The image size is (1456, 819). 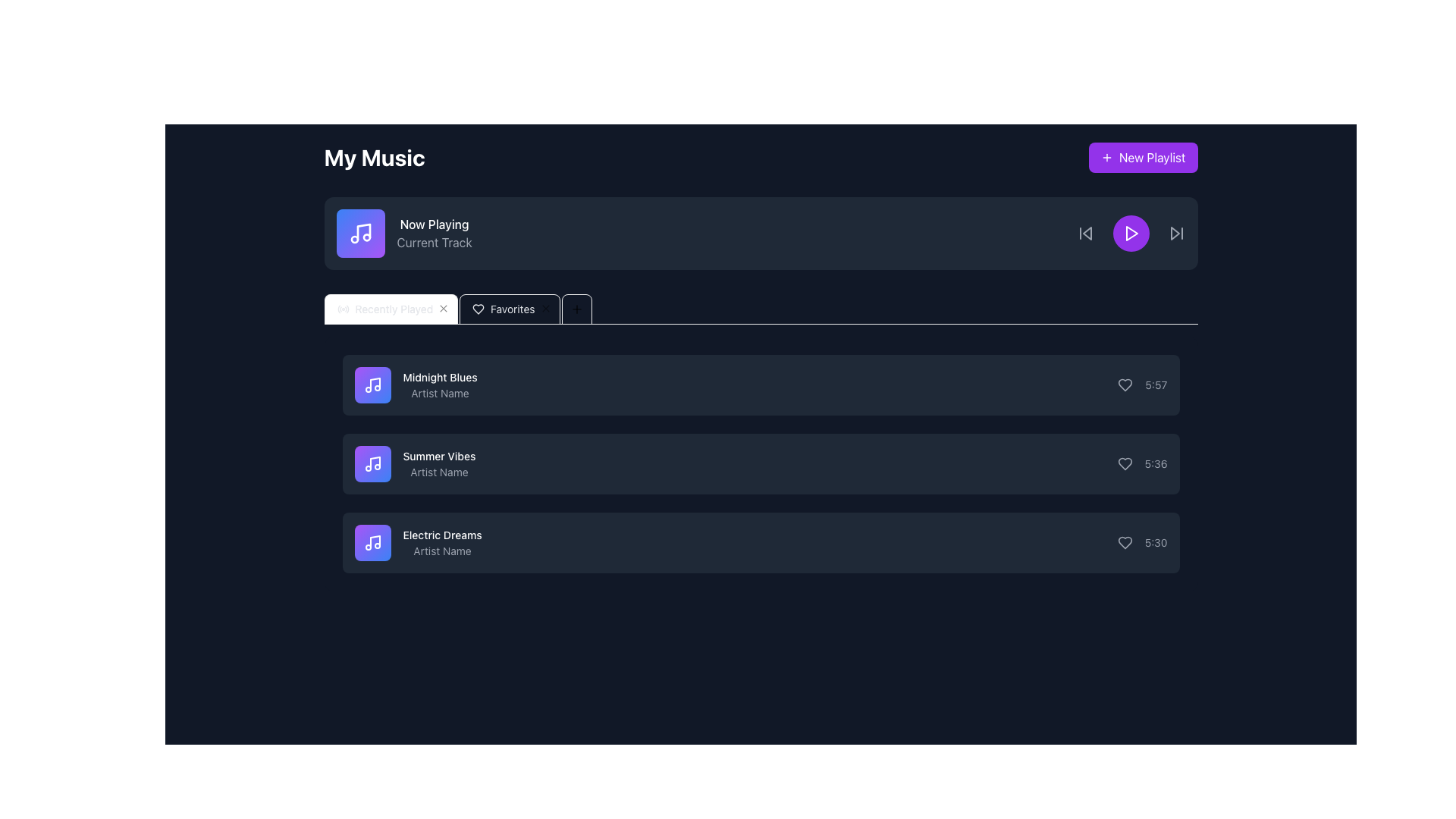 I want to click on the 'Recently Played' tab, which is the first tab in the horizontal list located in the upper-mid section of the interface, so click(x=391, y=309).